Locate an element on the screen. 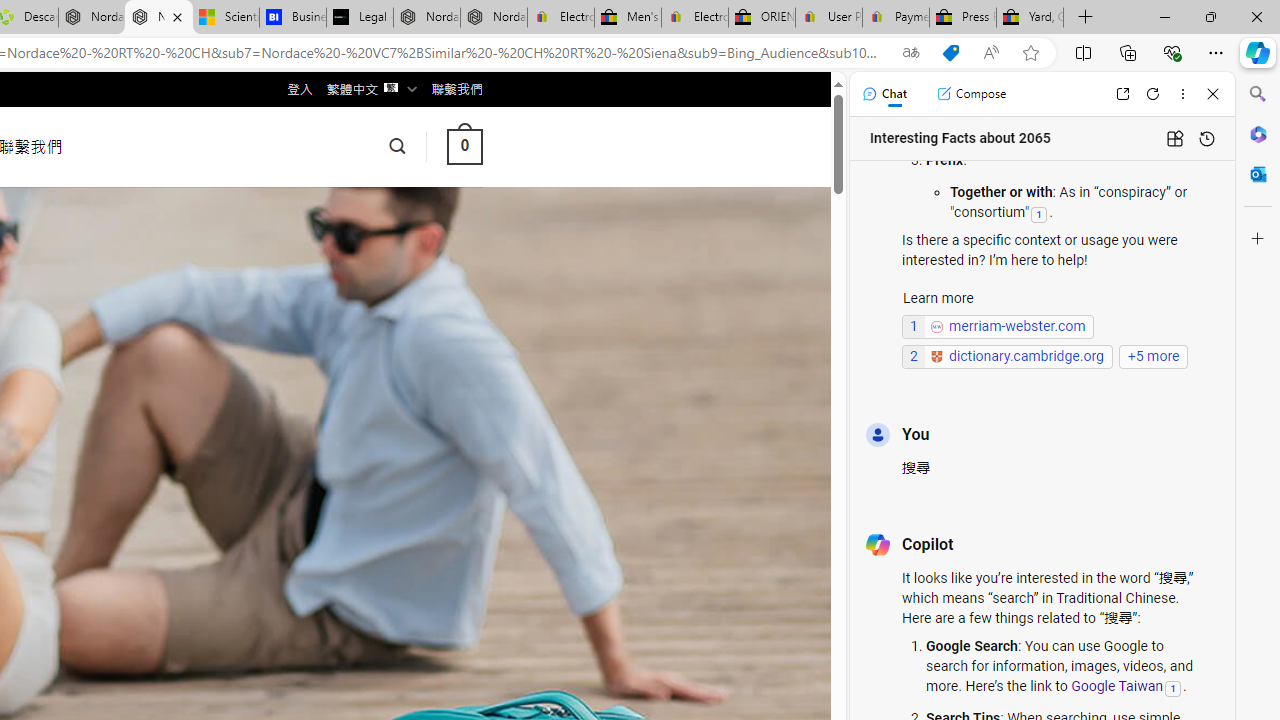 The height and width of the screenshot is (720, 1280). 'This site has coupons! Shopping in Microsoft Edge' is located at coordinates (950, 52).